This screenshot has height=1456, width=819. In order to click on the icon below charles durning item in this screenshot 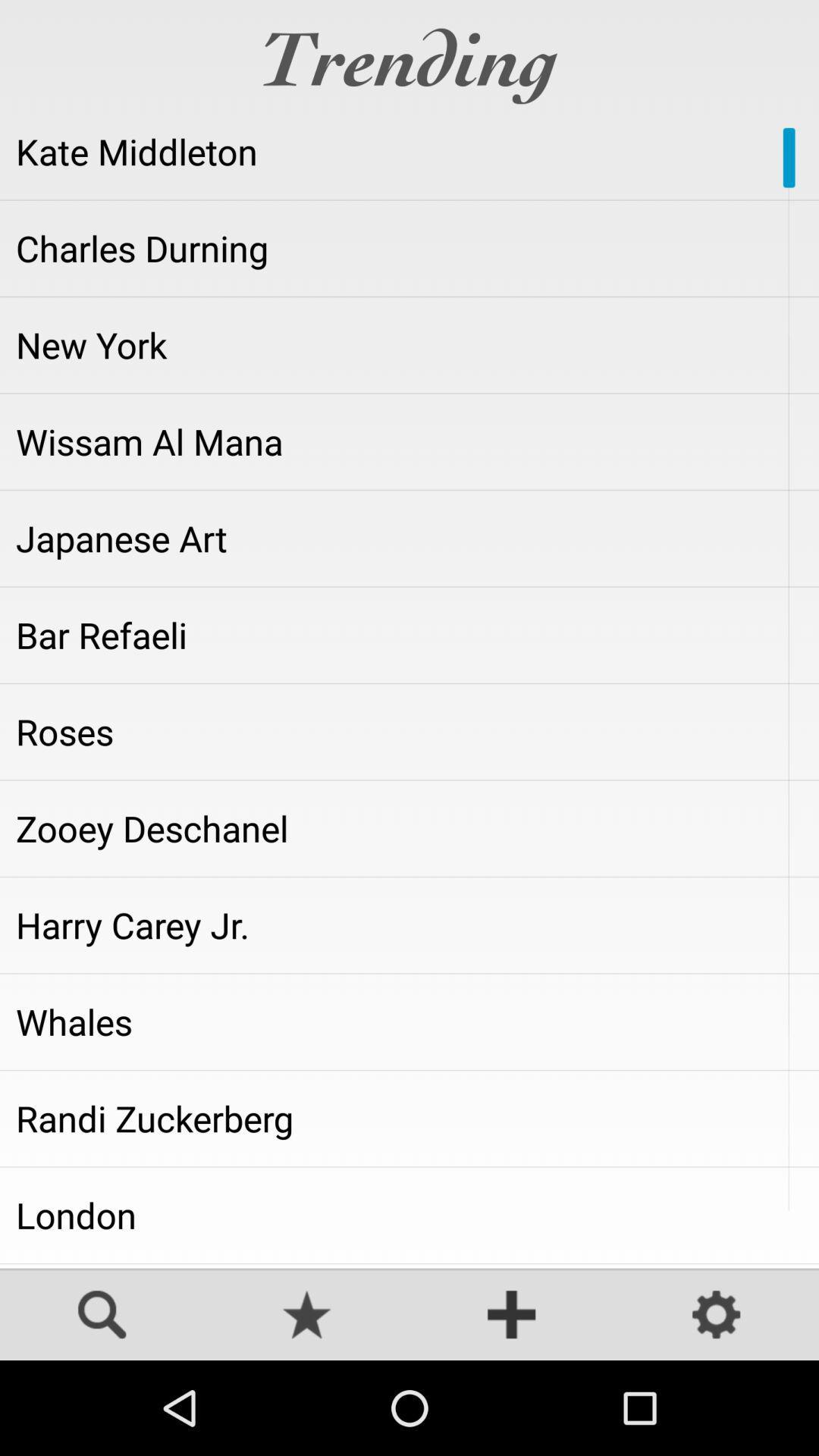, I will do `click(409, 344)`.